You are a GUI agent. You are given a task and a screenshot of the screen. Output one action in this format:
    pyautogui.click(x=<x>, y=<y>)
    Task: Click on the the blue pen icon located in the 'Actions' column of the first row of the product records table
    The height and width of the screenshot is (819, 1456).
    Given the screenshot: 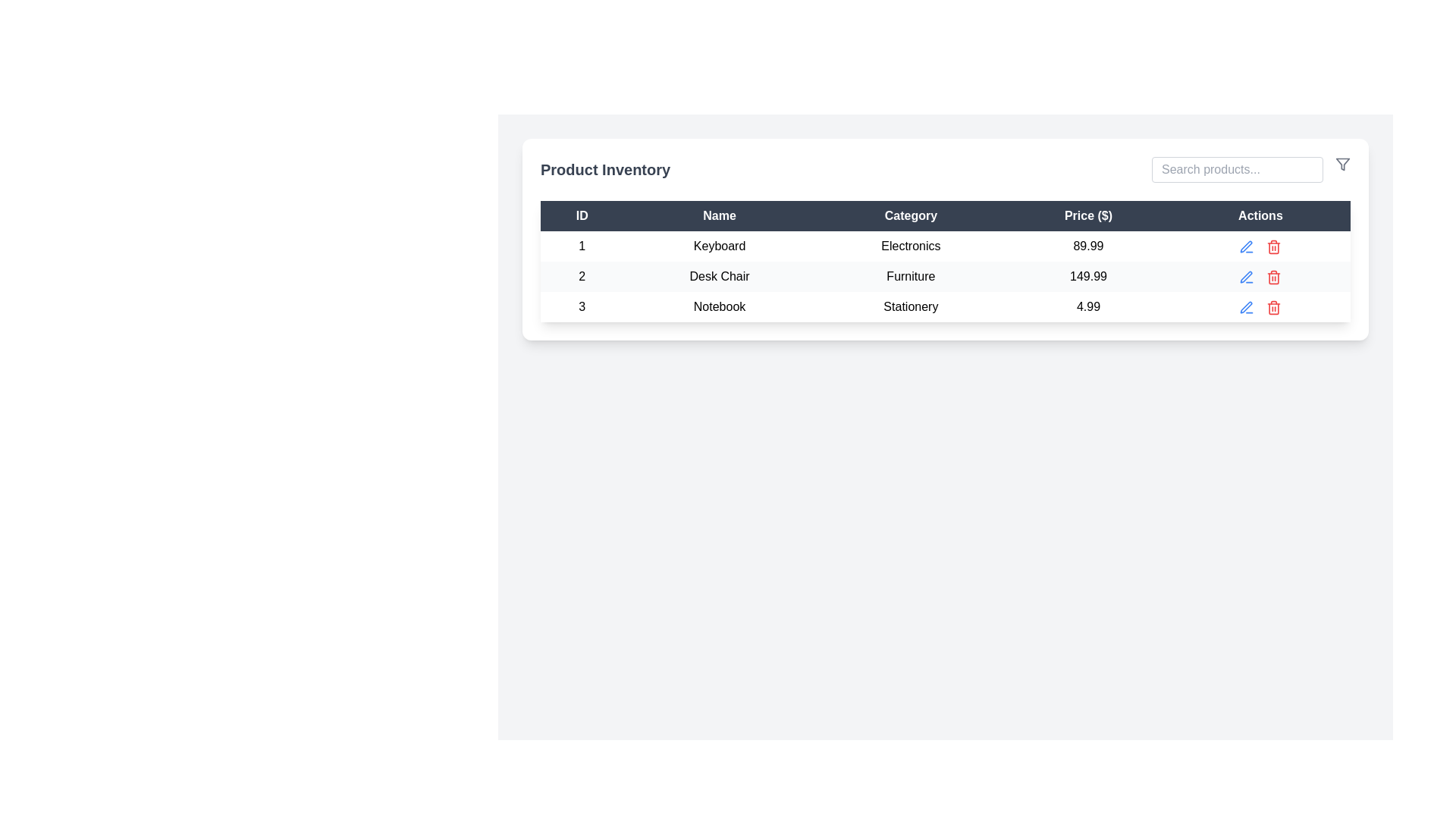 What is the action you would take?
    pyautogui.click(x=1247, y=245)
    